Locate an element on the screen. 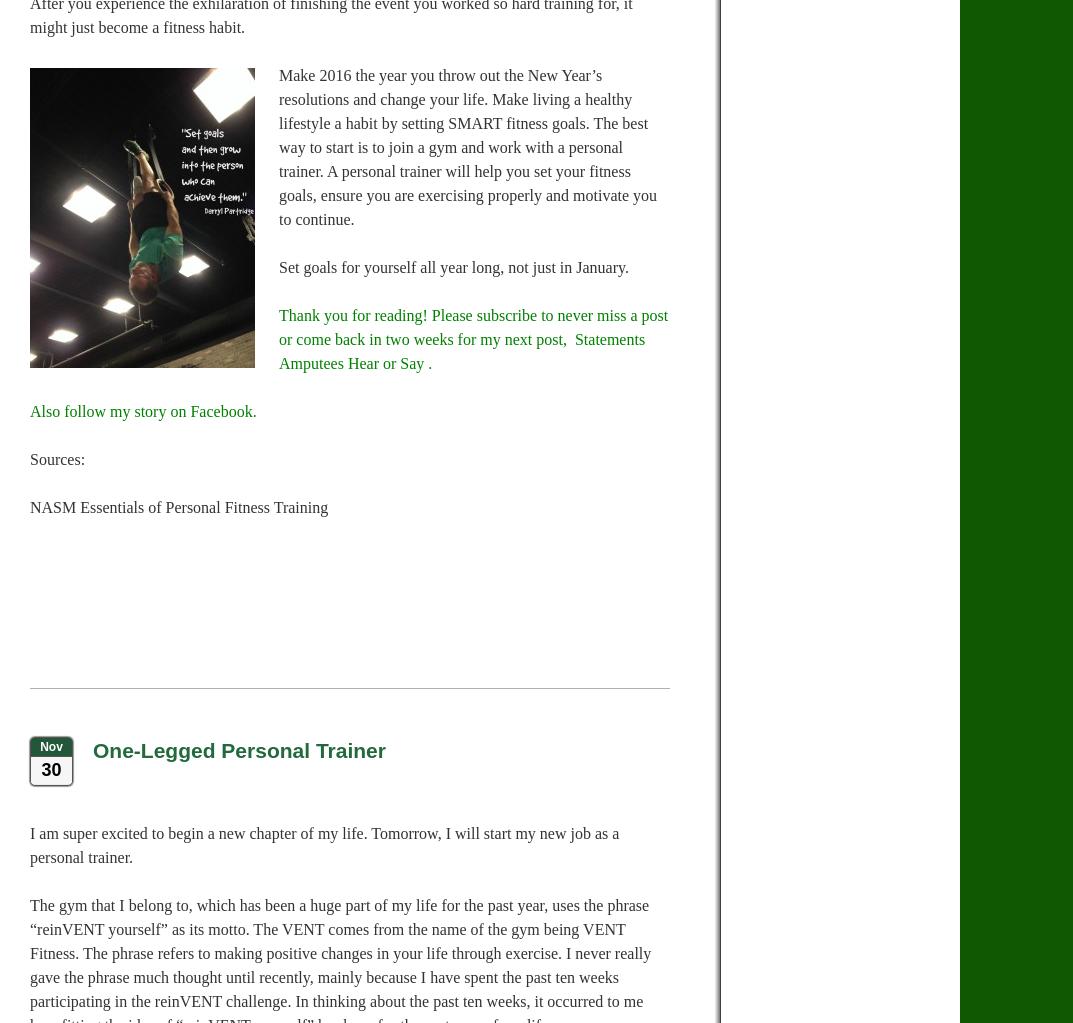  'Also follow my story on Facebook.' is located at coordinates (142, 411).